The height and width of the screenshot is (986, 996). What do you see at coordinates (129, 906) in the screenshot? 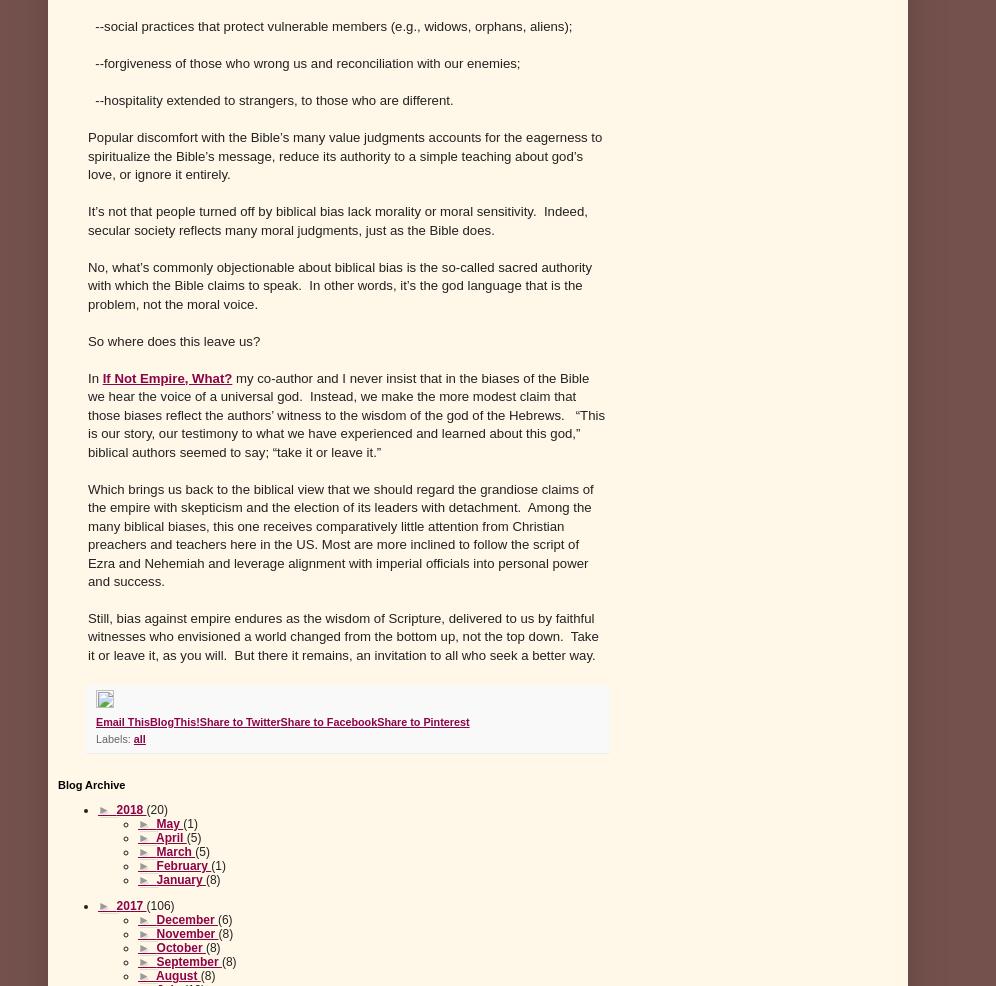
I see `'2017'` at bounding box center [129, 906].